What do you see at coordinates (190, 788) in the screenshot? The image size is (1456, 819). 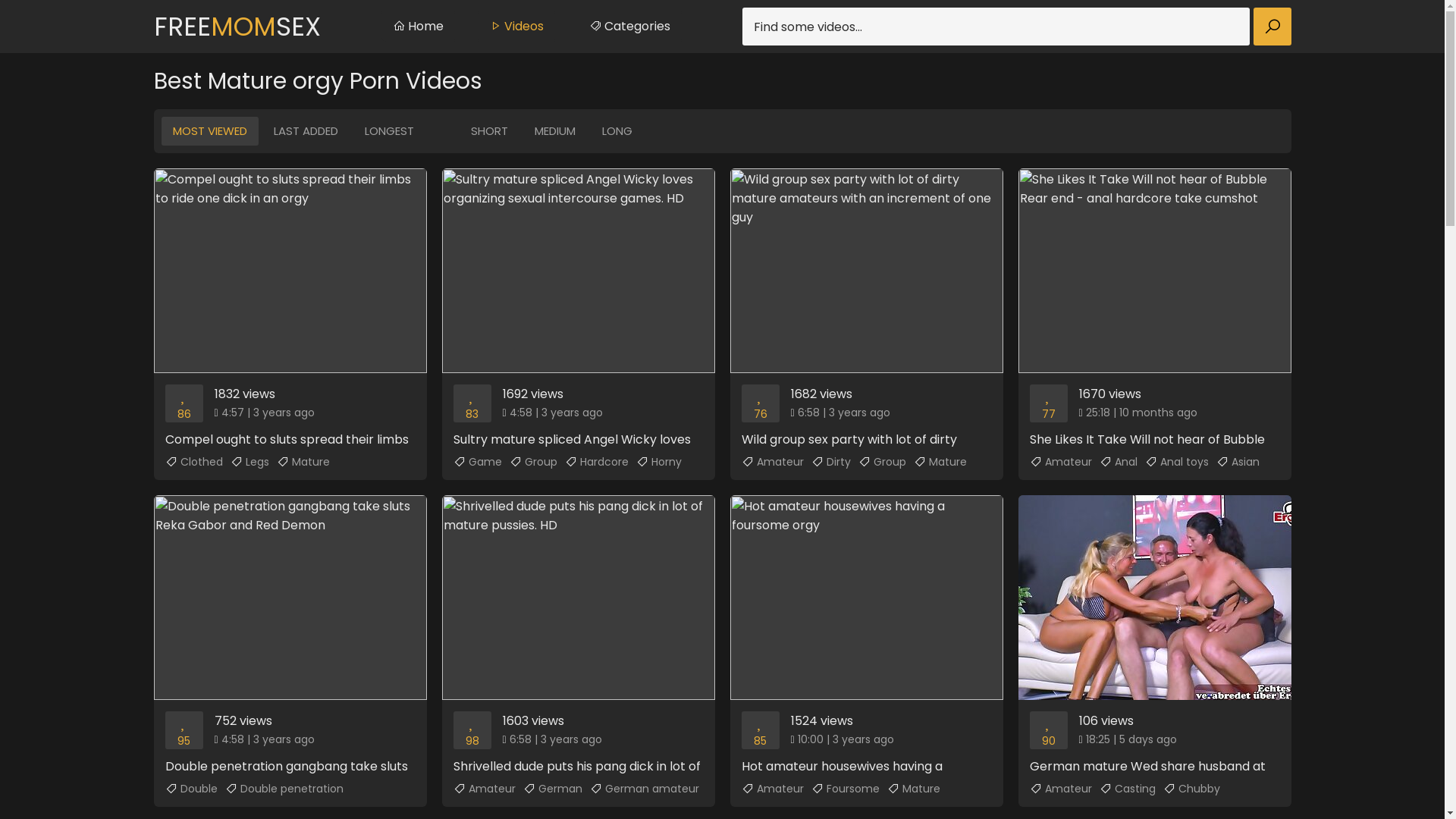 I see `'Double'` at bounding box center [190, 788].